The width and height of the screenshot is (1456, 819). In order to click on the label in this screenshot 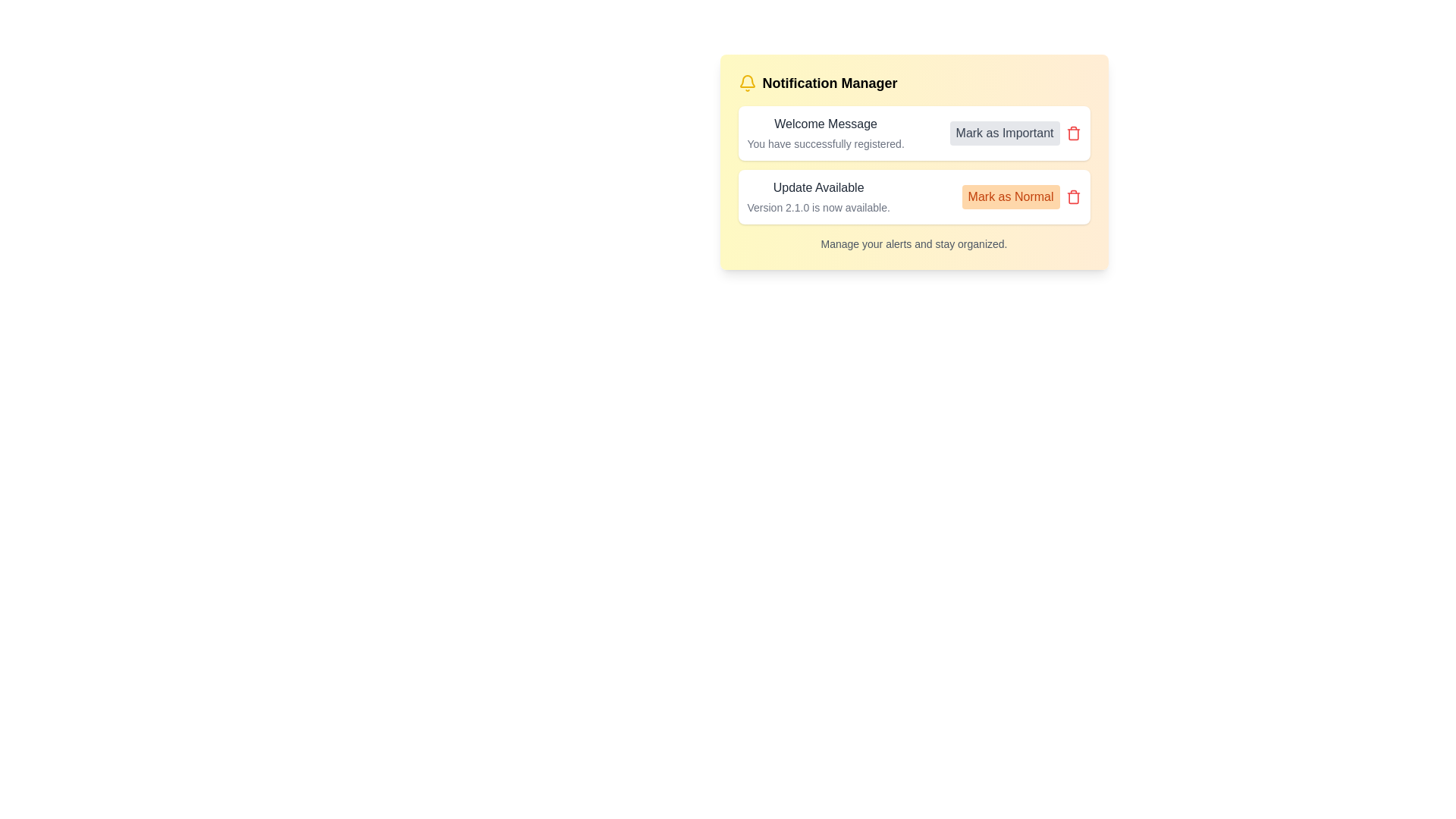, I will do `click(829, 83)`.